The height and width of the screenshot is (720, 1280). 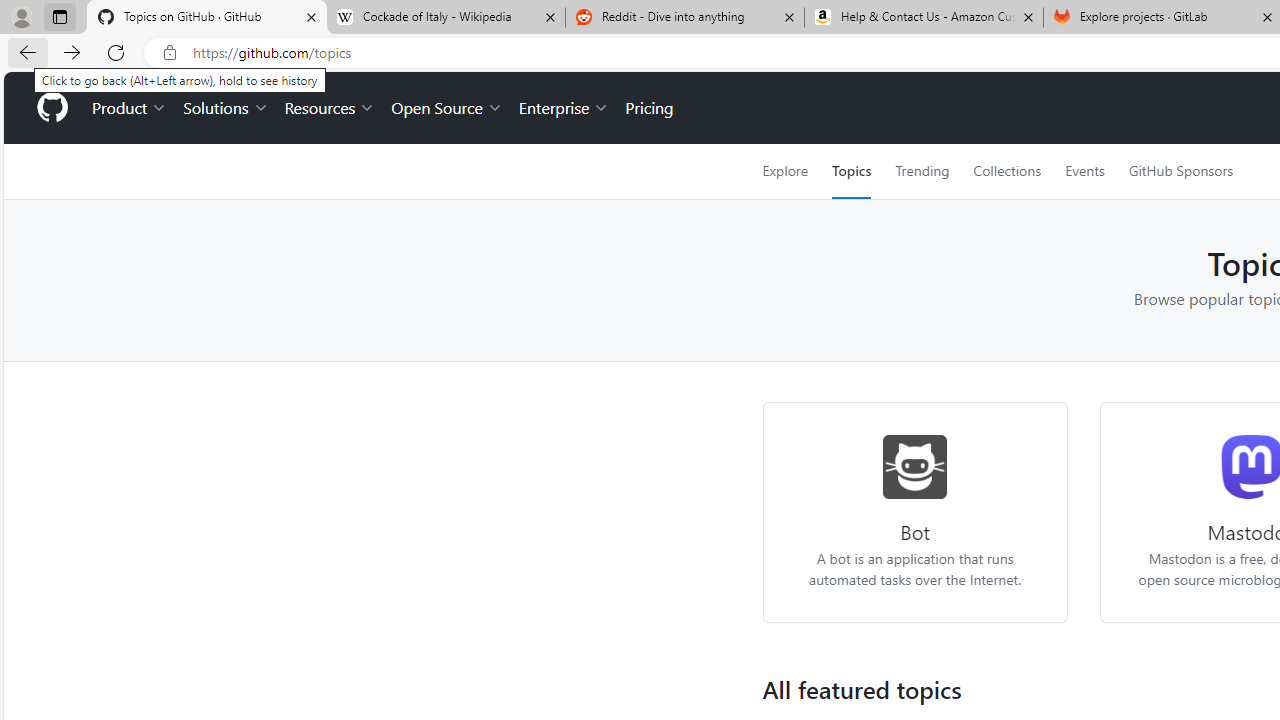 What do you see at coordinates (784, 170) in the screenshot?
I see `'Explore'` at bounding box center [784, 170].